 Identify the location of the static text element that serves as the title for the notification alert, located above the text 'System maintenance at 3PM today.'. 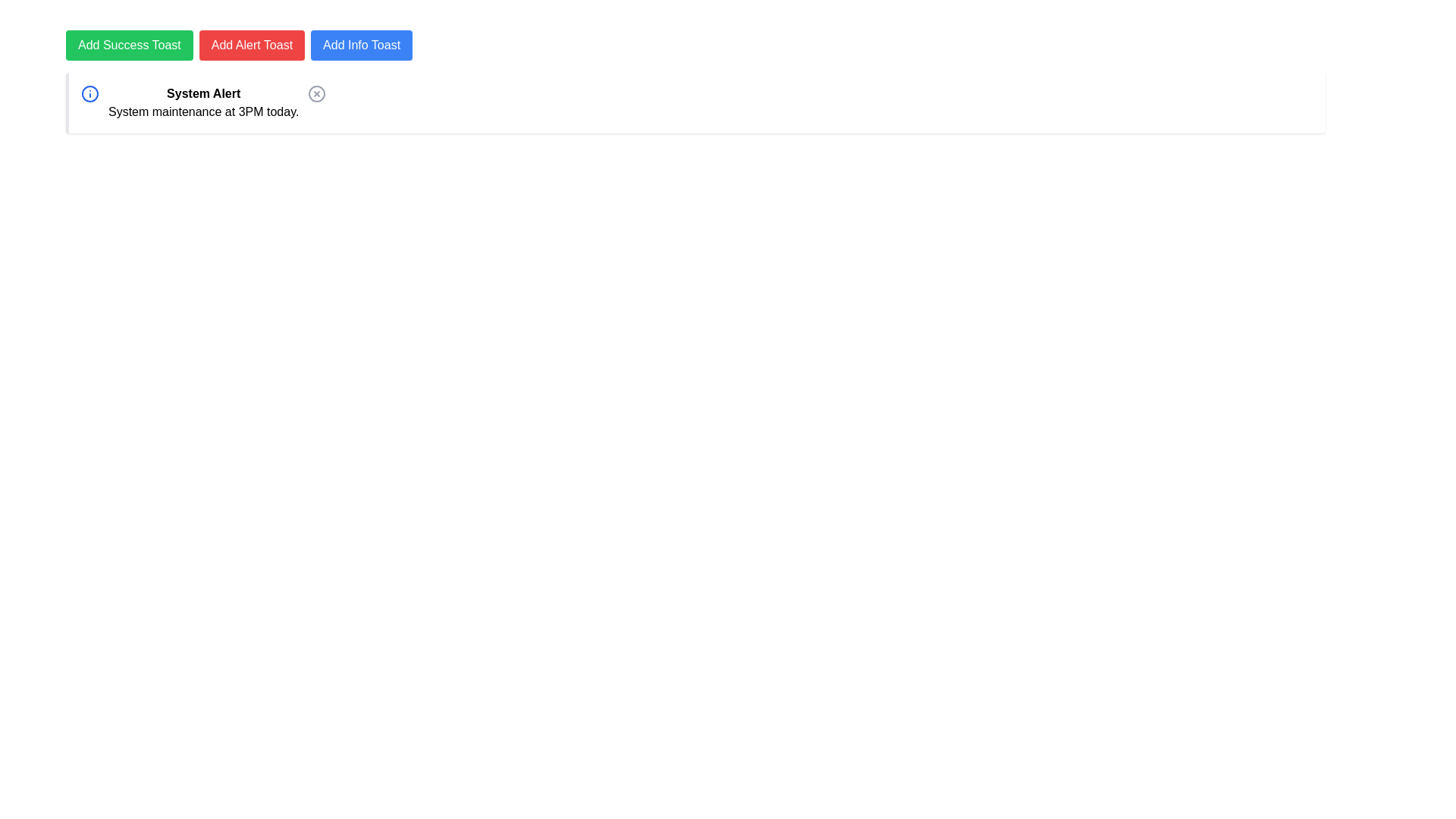
(202, 93).